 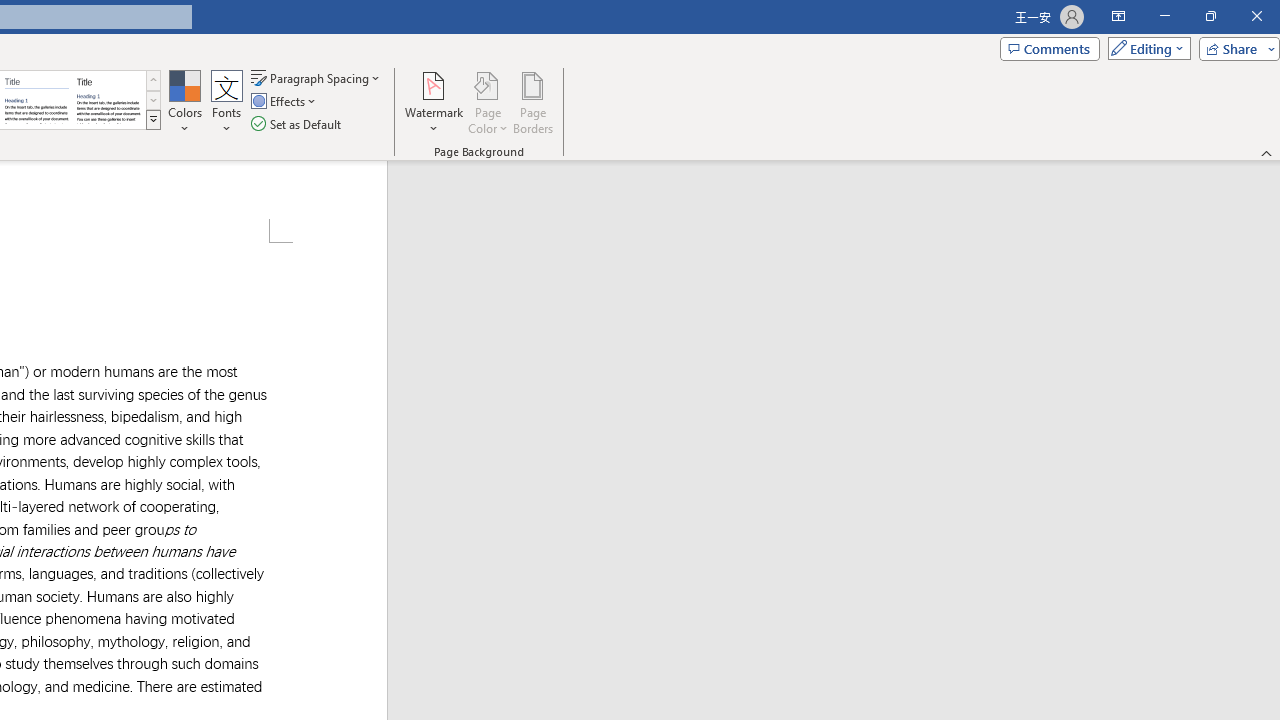 I want to click on 'Close', so click(x=1255, y=16).